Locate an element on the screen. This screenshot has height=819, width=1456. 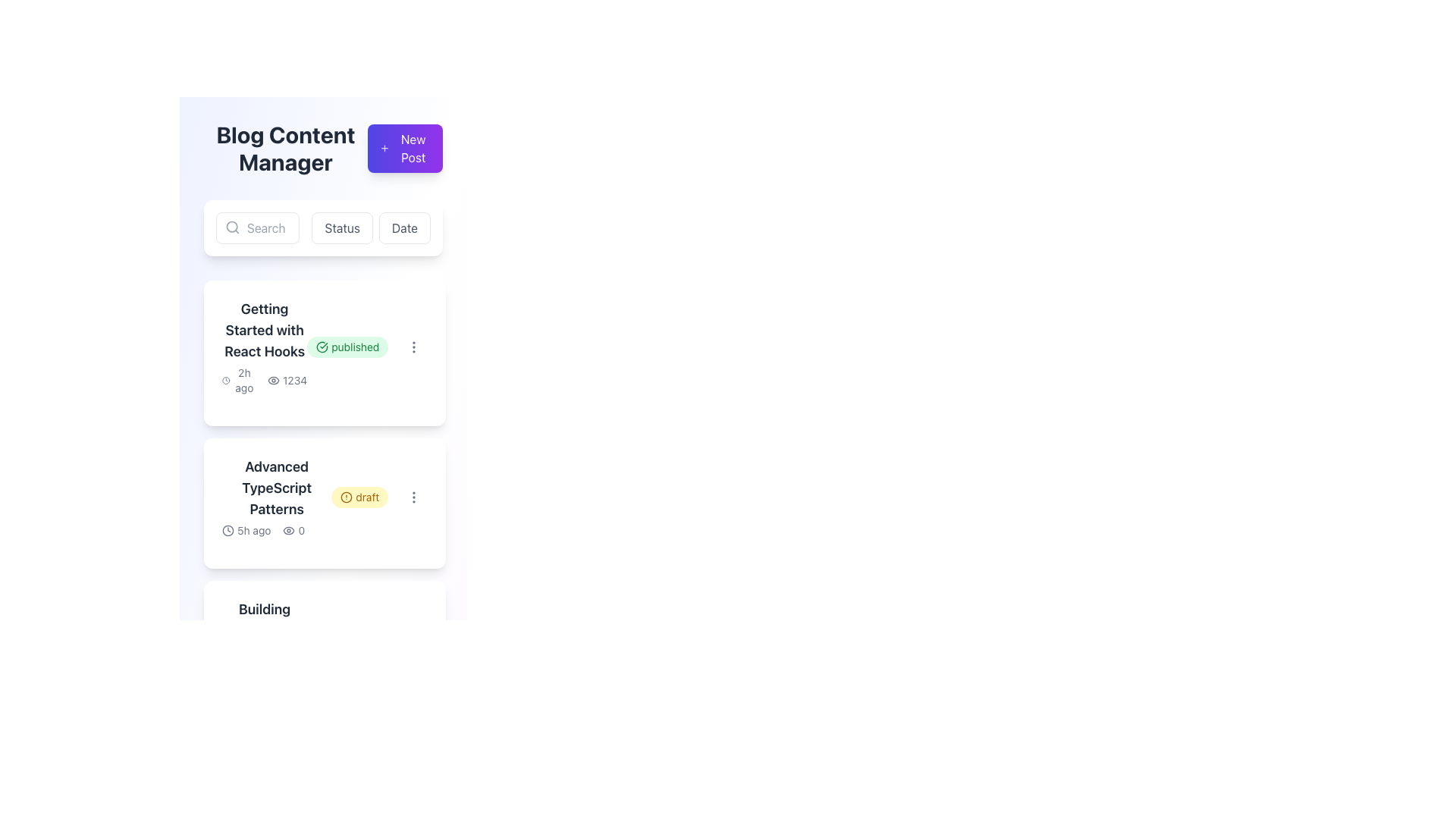
the informational text and icon group that displays a time span of '5h ago' and a numeric value of '0', separated by a clock and an eye icon, located at the bottom-left of a card element is located at coordinates (277, 529).